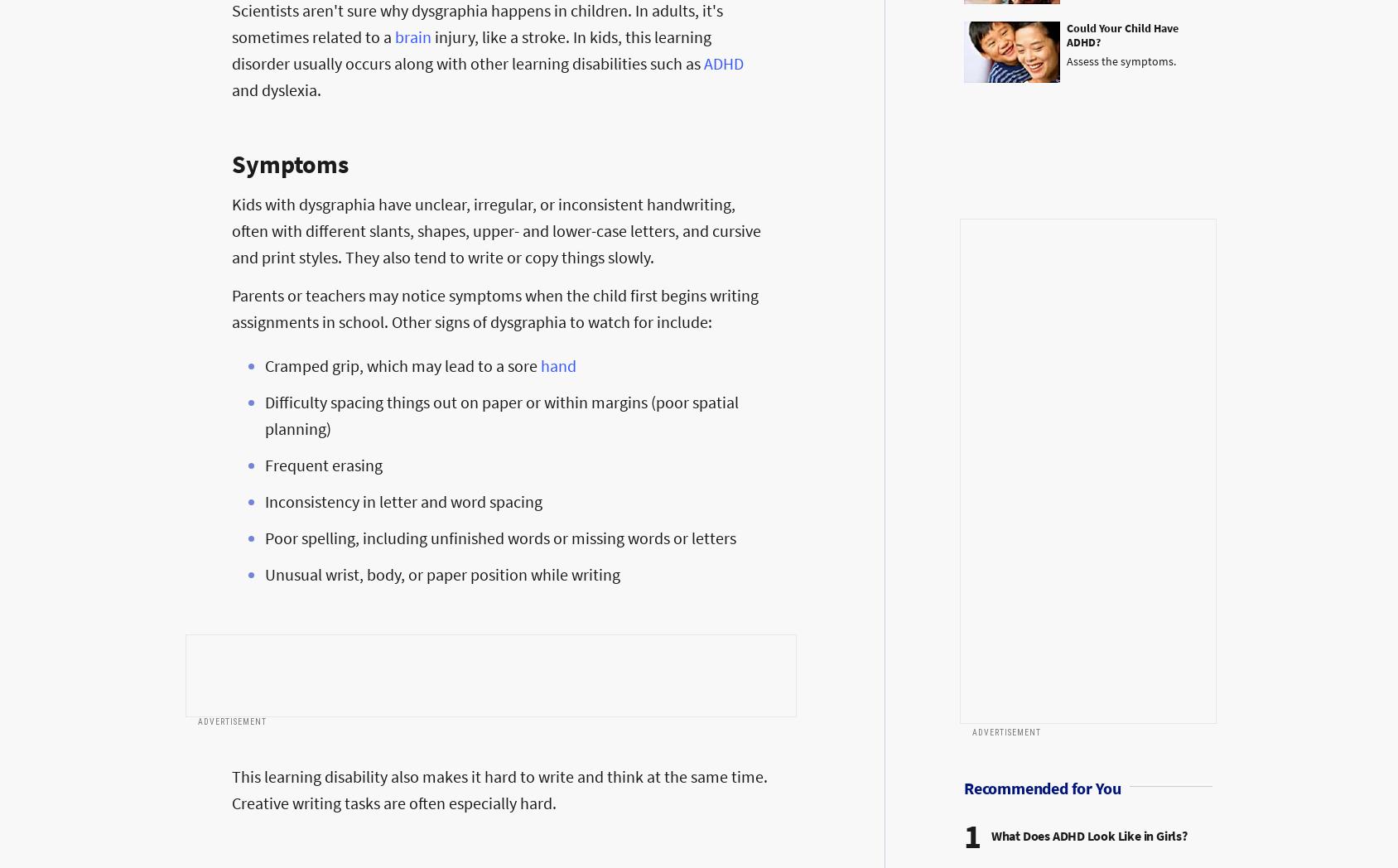 This screenshot has width=1398, height=868. What do you see at coordinates (265, 537) in the screenshot?
I see `'Poor spelling, including unfinished words or missing words or letters'` at bounding box center [265, 537].